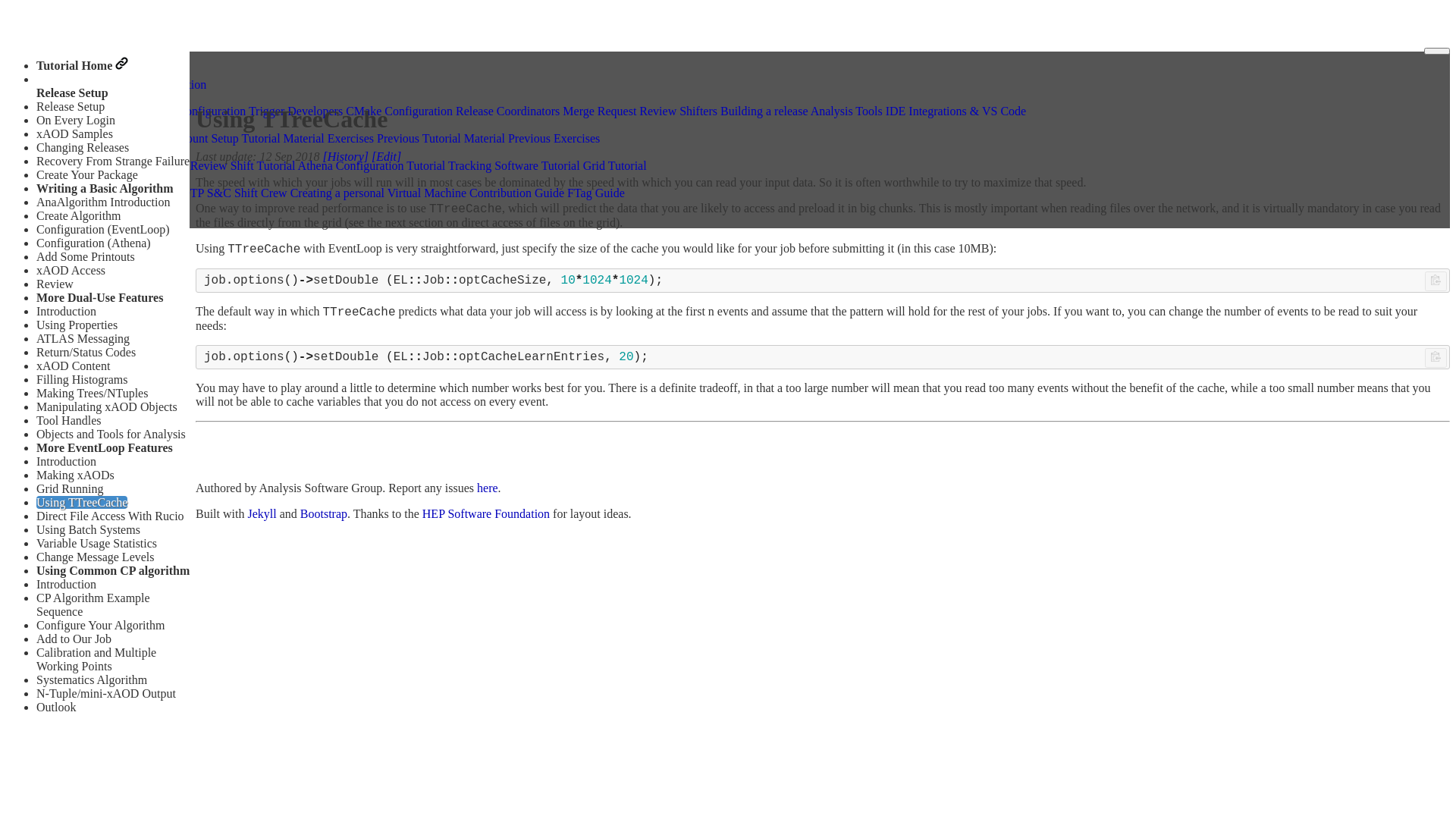  What do you see at coordinates (61, 96) in the screenshot?
I see `'Guides'` at bounding box center [61, 96].